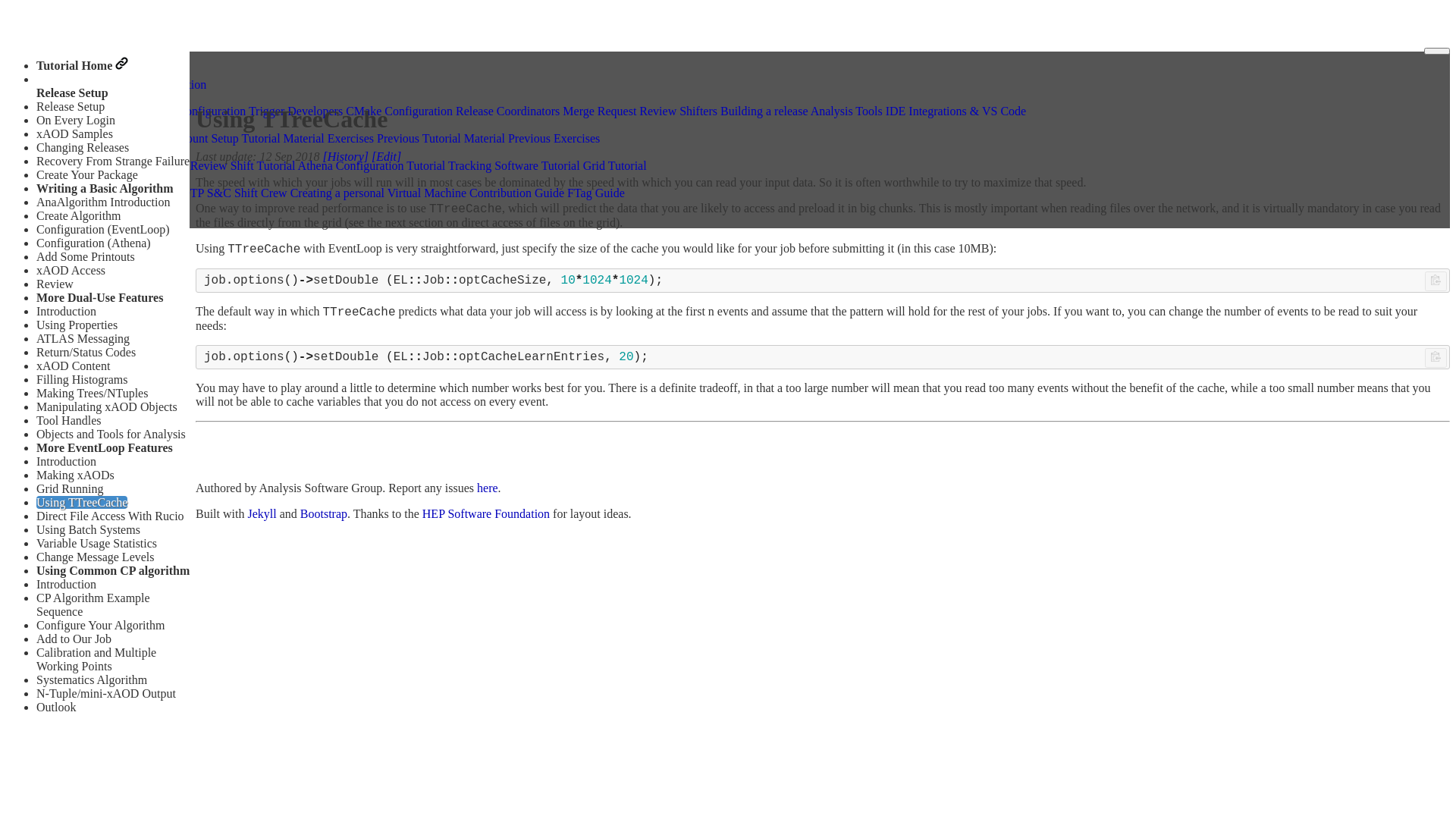  What do you see at coordinates (61, 96) in the screenshot?
I see `'Guides'` at bounding box center [61, 96].